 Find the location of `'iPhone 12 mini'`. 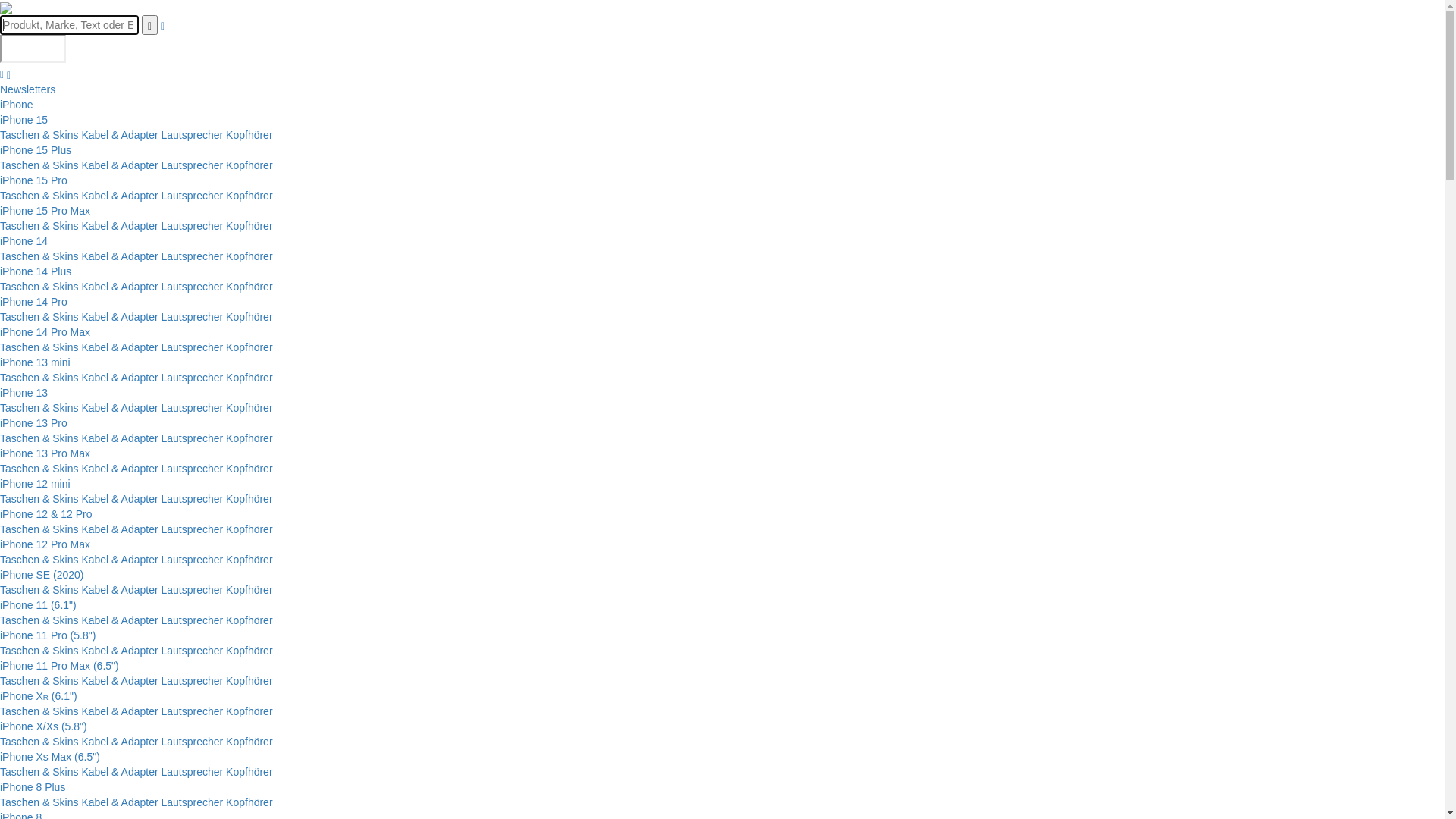

'iPhone 12 mini' is located at coordinates (35, 483).